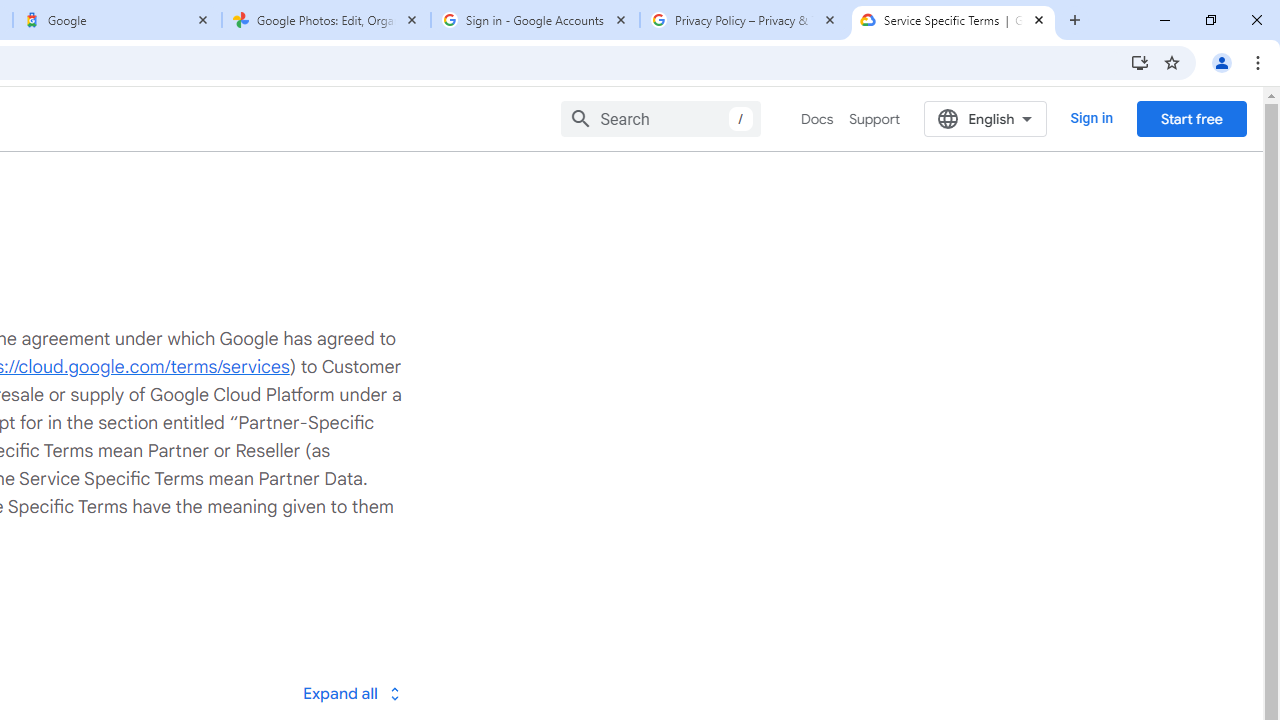 This screenshot has width=1280, height=720. What do you see at coordinates (1209, 20) in the screenshot?
I see `'Restore'` at bounding box center [1209, 20].